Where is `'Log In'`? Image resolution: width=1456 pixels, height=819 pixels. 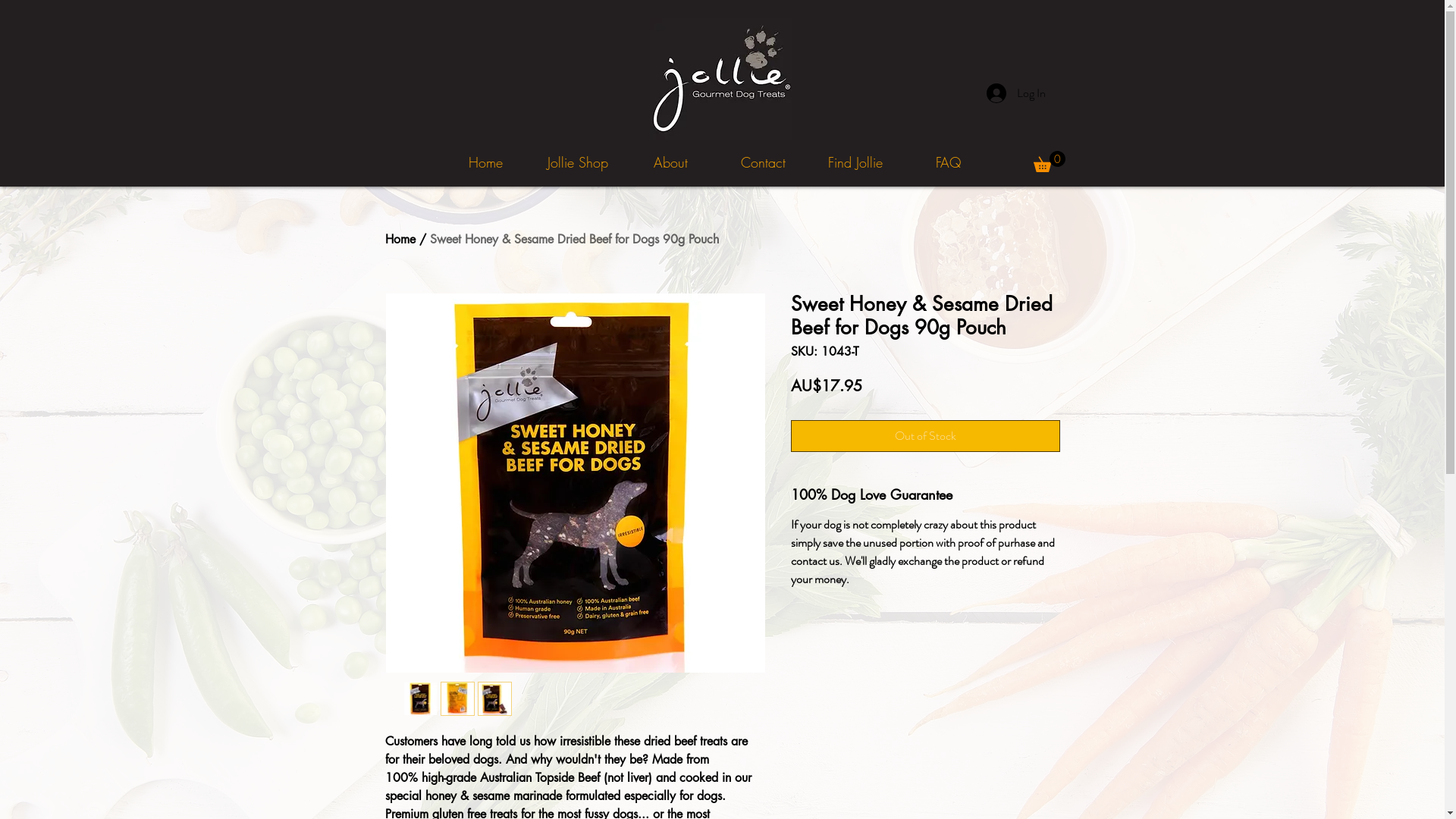
'Log In' is located at coordinates (1015, 93).